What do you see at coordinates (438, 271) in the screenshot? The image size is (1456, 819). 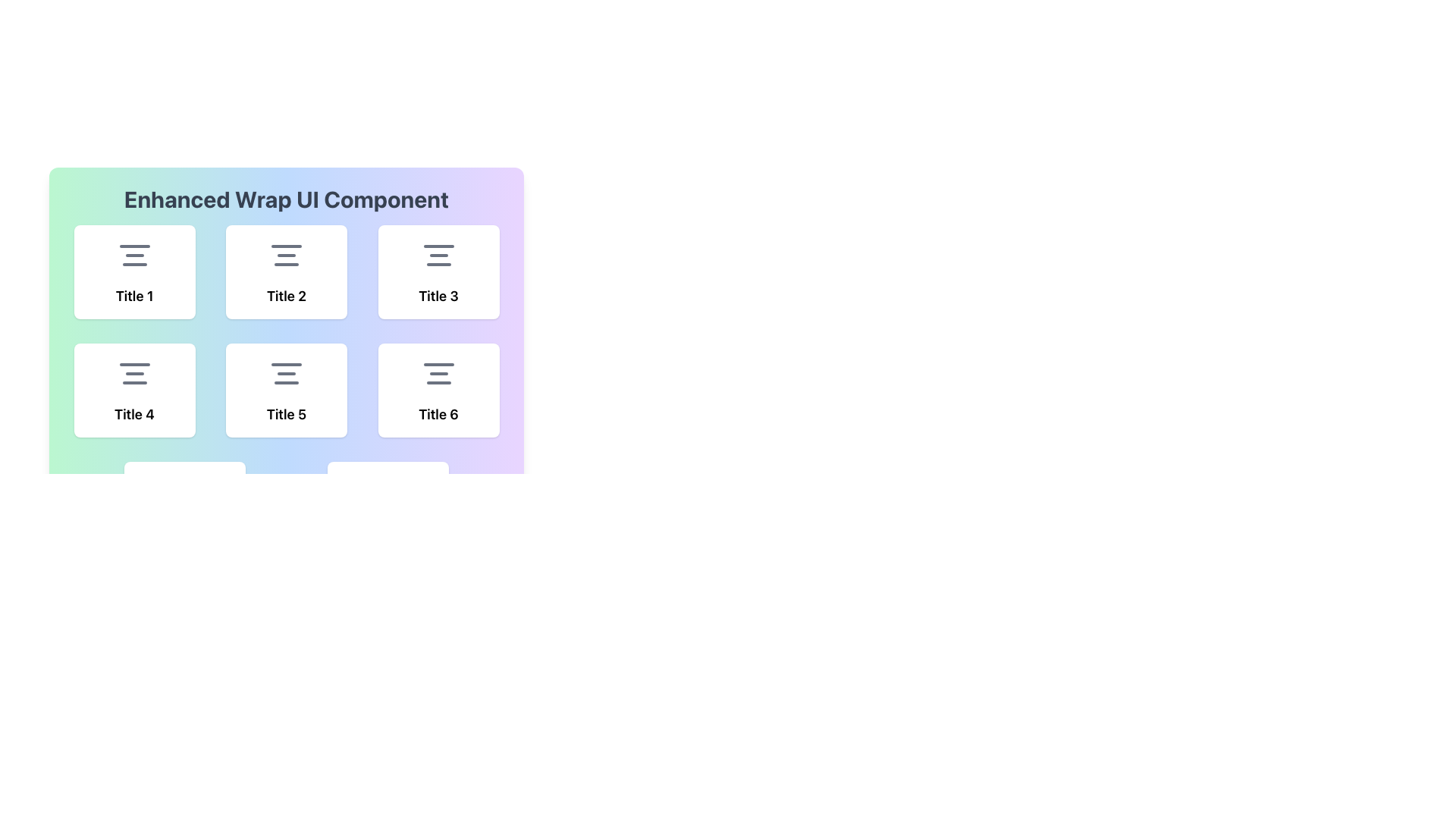 I see `the interactive card with a white background, rounded corners, and 'Title 3' text, located in the first row and third column of the grid layout` at bounding box center [438, 271].